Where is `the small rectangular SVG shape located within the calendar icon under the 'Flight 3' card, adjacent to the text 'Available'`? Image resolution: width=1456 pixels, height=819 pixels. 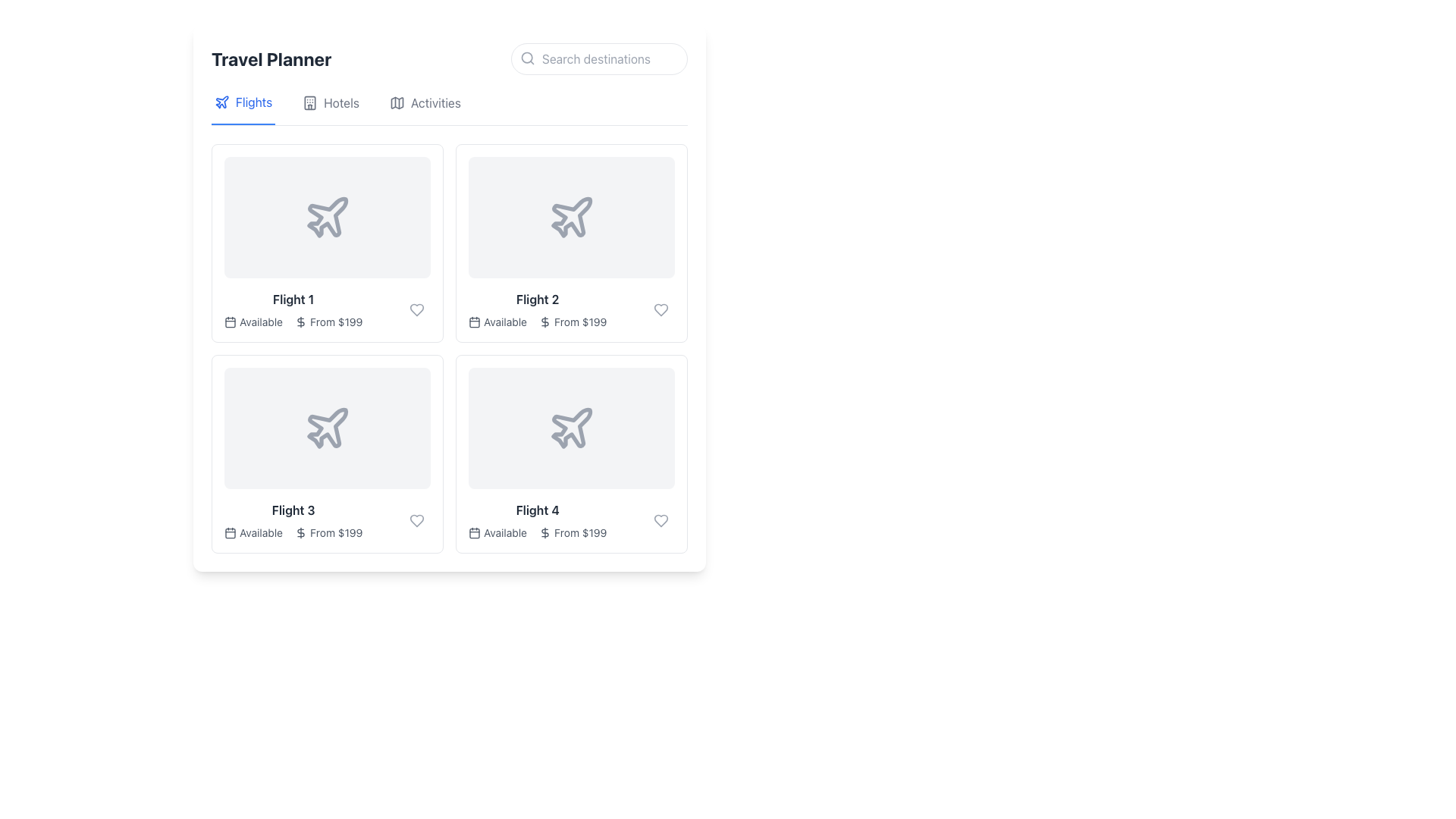 the small rectangular SVG shape located within the calendar icon under the 'Flight 3' card, adjacent to the text 'Available' is located at coordinates (229, 532).